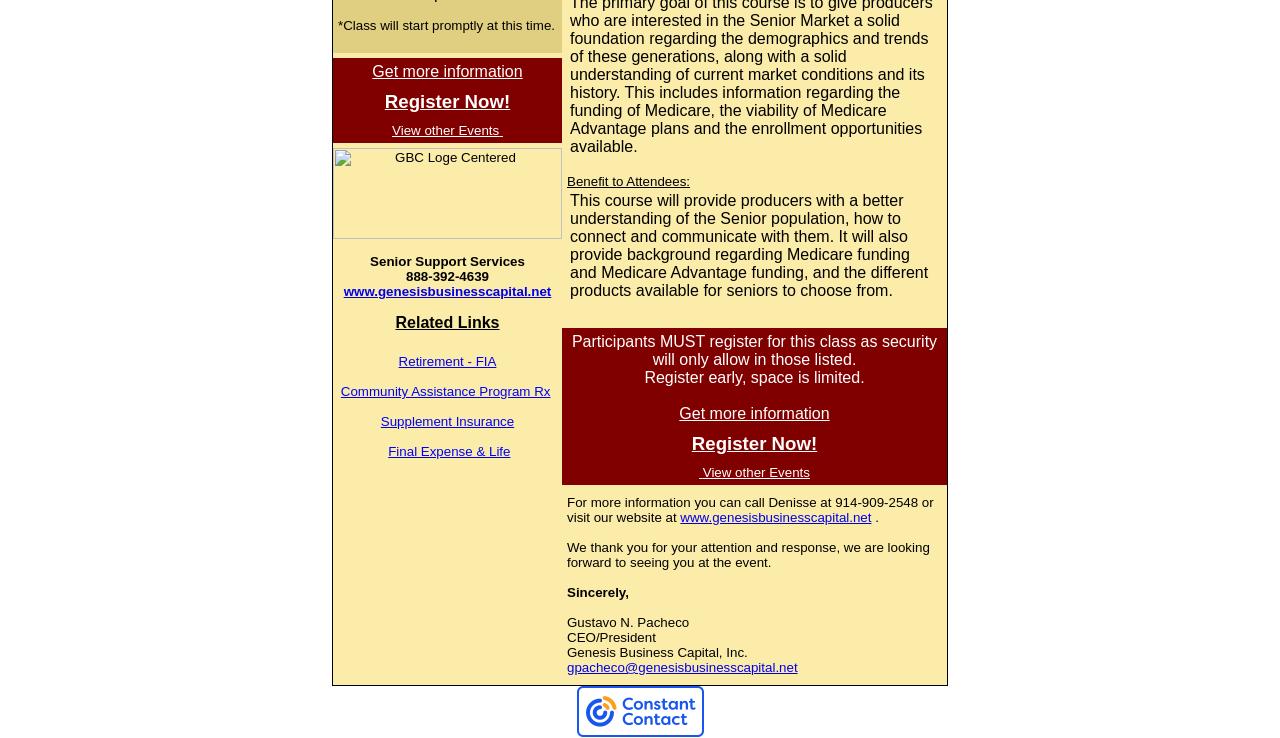  I want to click on 'Final Expense & Life', so click(448, 450).